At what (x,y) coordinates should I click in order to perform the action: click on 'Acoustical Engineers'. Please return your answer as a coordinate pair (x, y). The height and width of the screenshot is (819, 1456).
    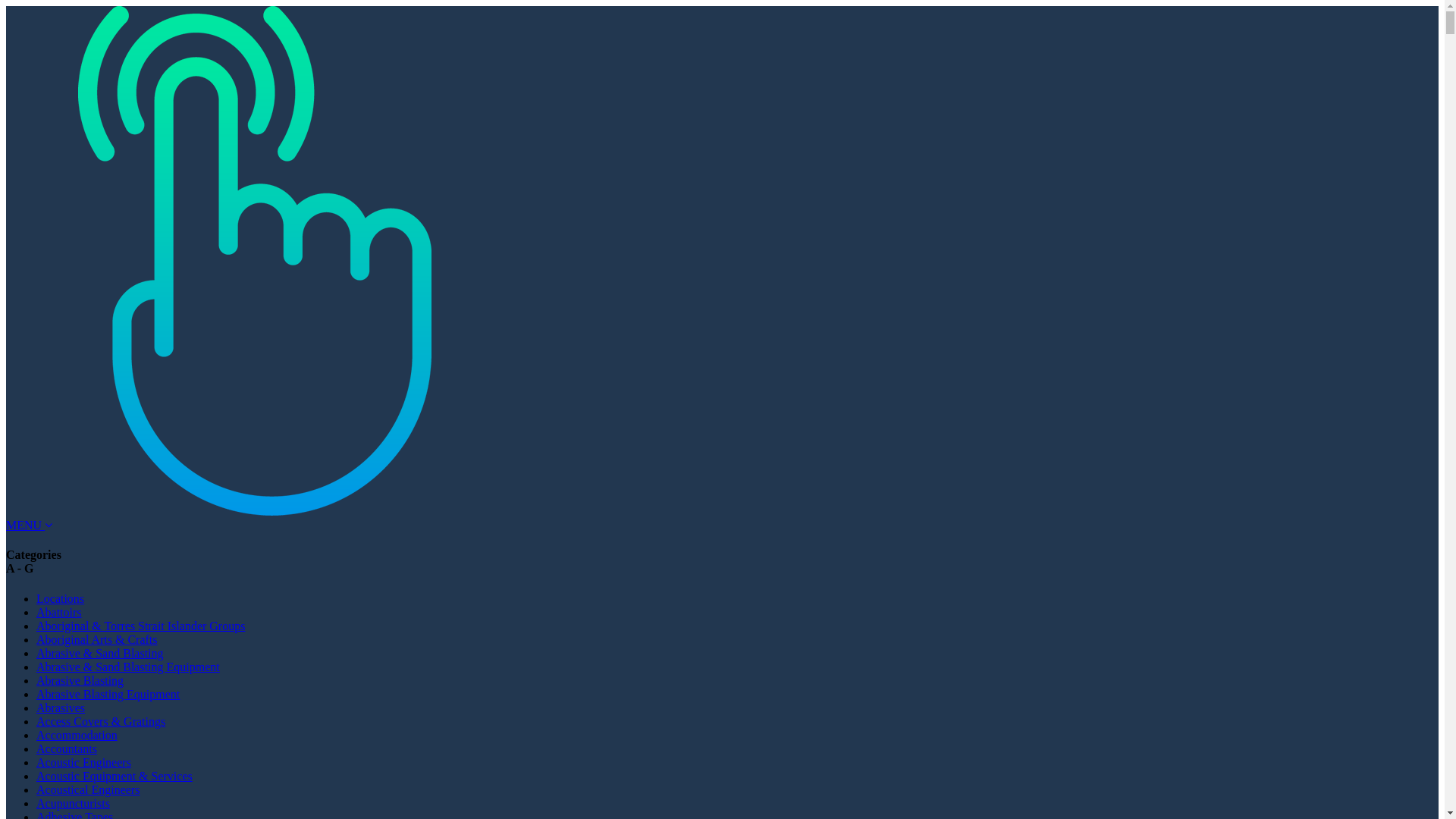
    Looking at the image, I should click on (86, 789).